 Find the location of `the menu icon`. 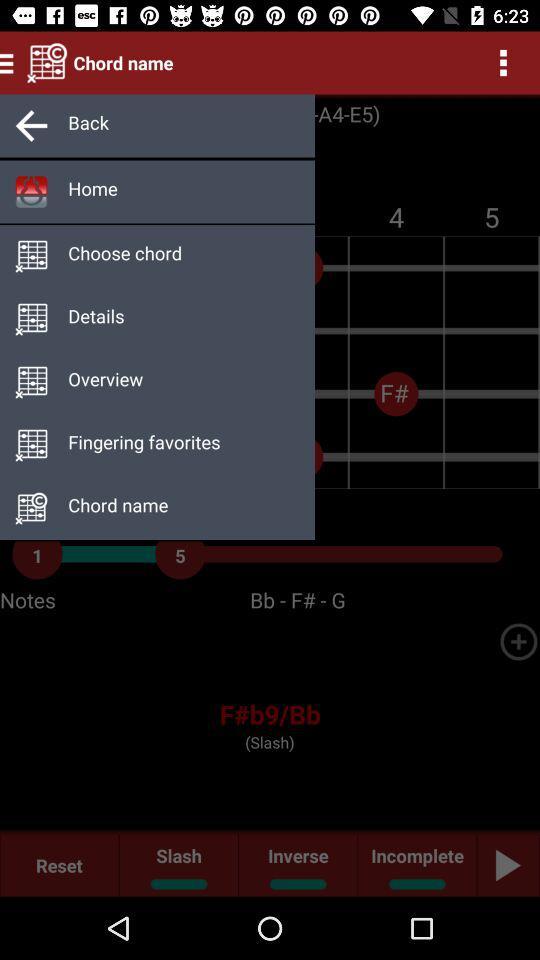

the menu icon is located at coordinates (9, 62).